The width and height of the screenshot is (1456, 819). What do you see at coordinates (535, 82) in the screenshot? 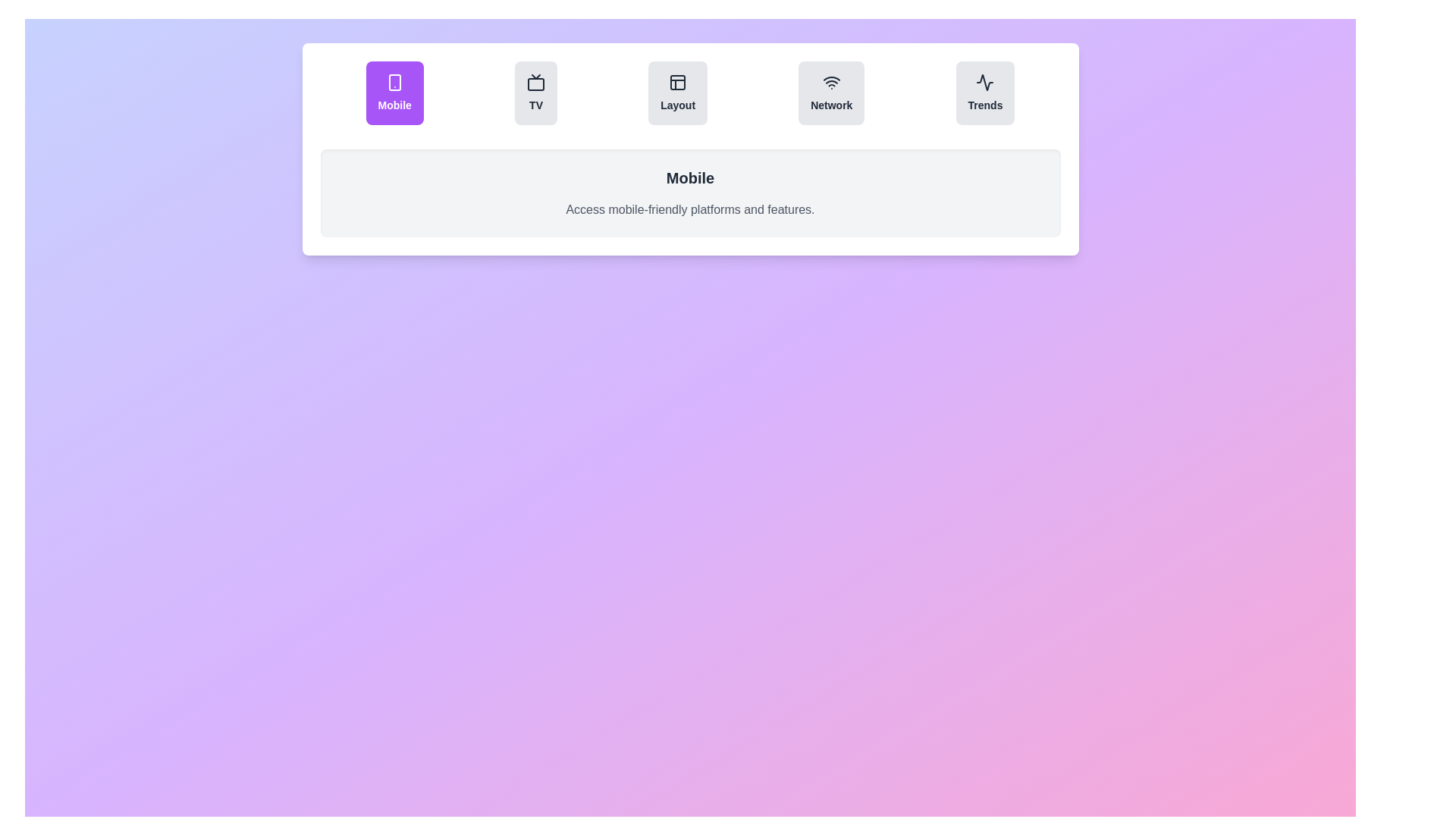
I see `the 'TV' menu icon located in the top-center navigation interface, which is the second item in a horizontally-arranged menu` at bounding box center [535, 82].